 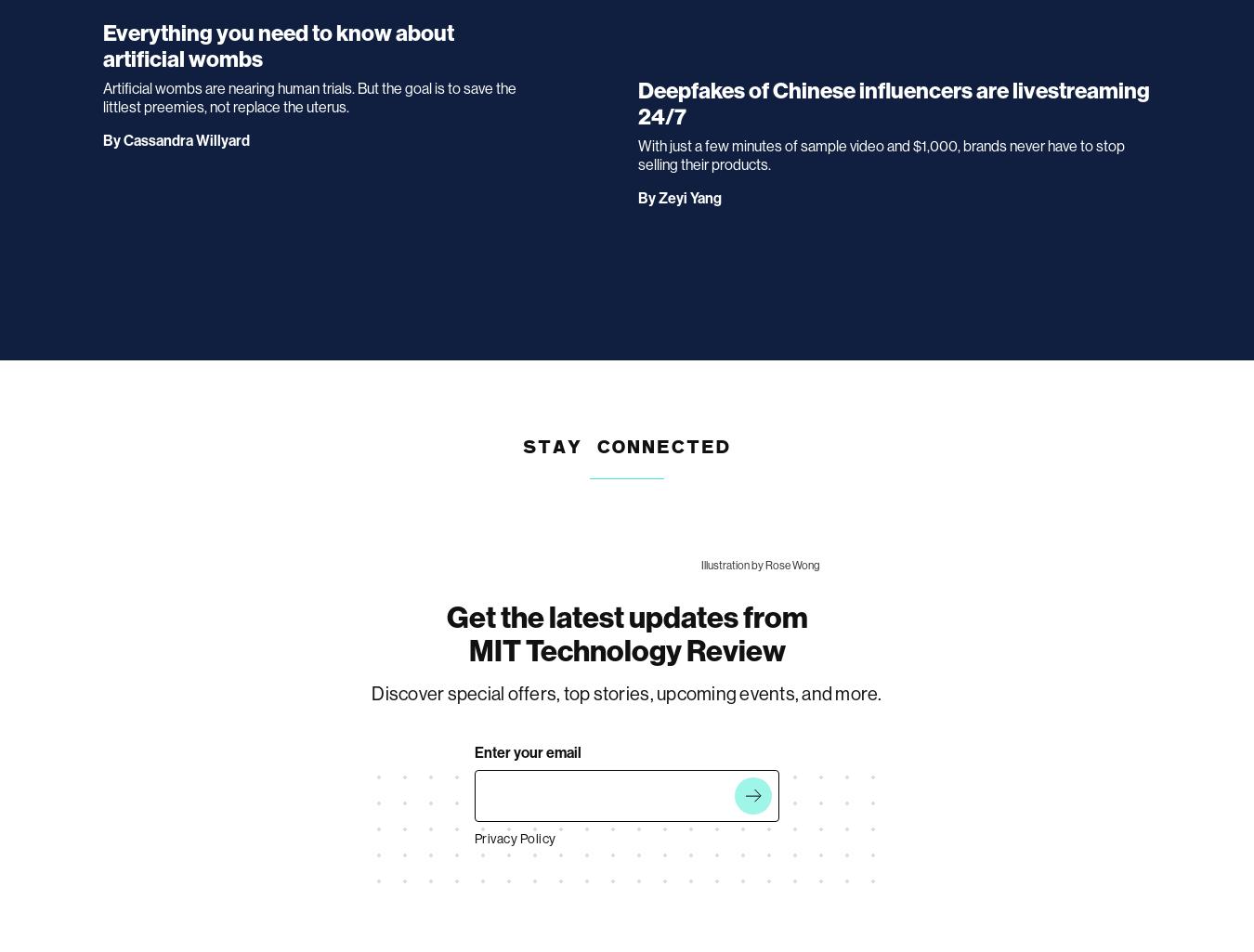 I want to click on 'Privacy Policy', so click(x=514, y=838).